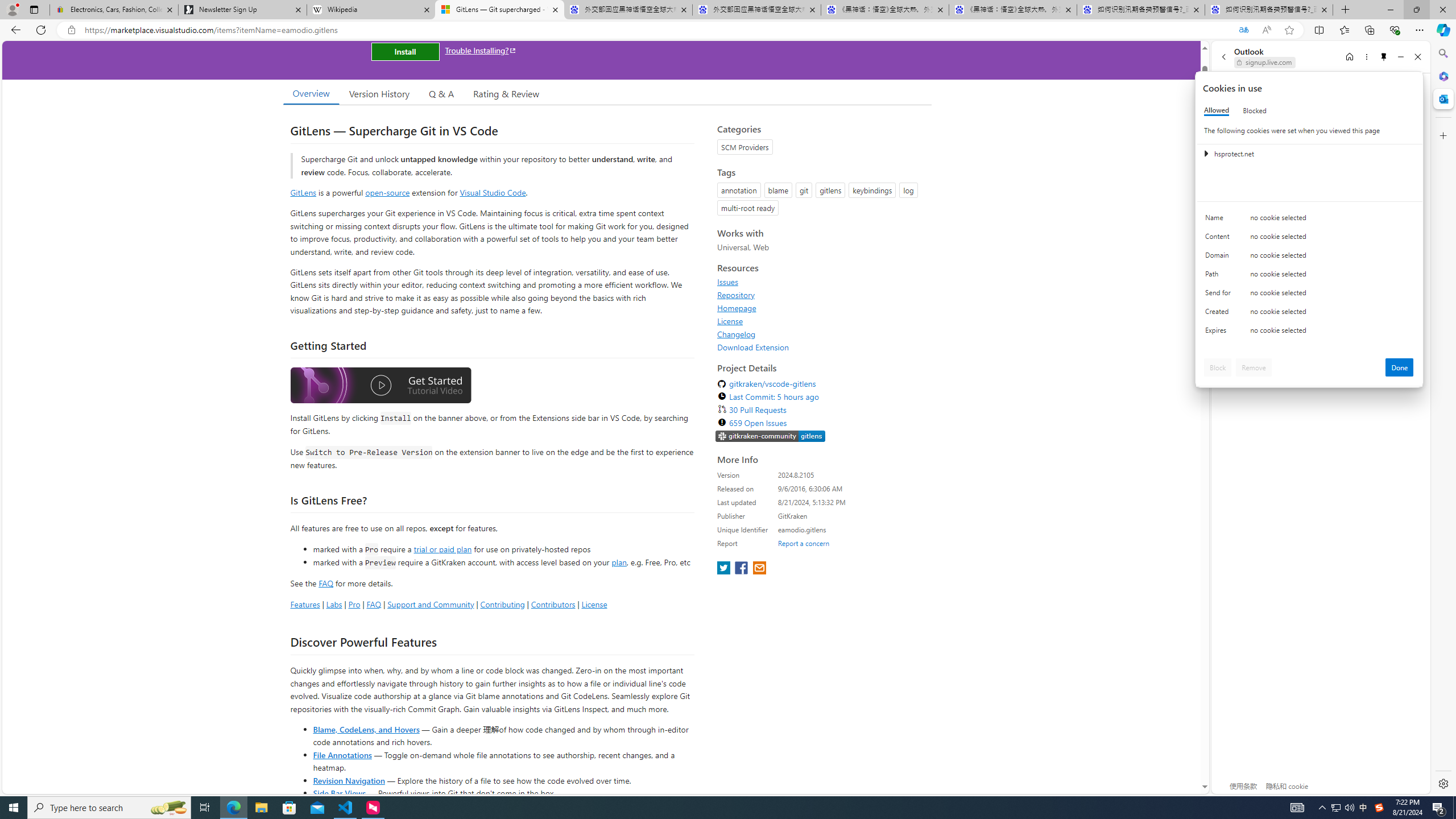 Image resolution: width=1456 pixels, height=819 pixels. I want to click on 'Block', so click(1217, 367).